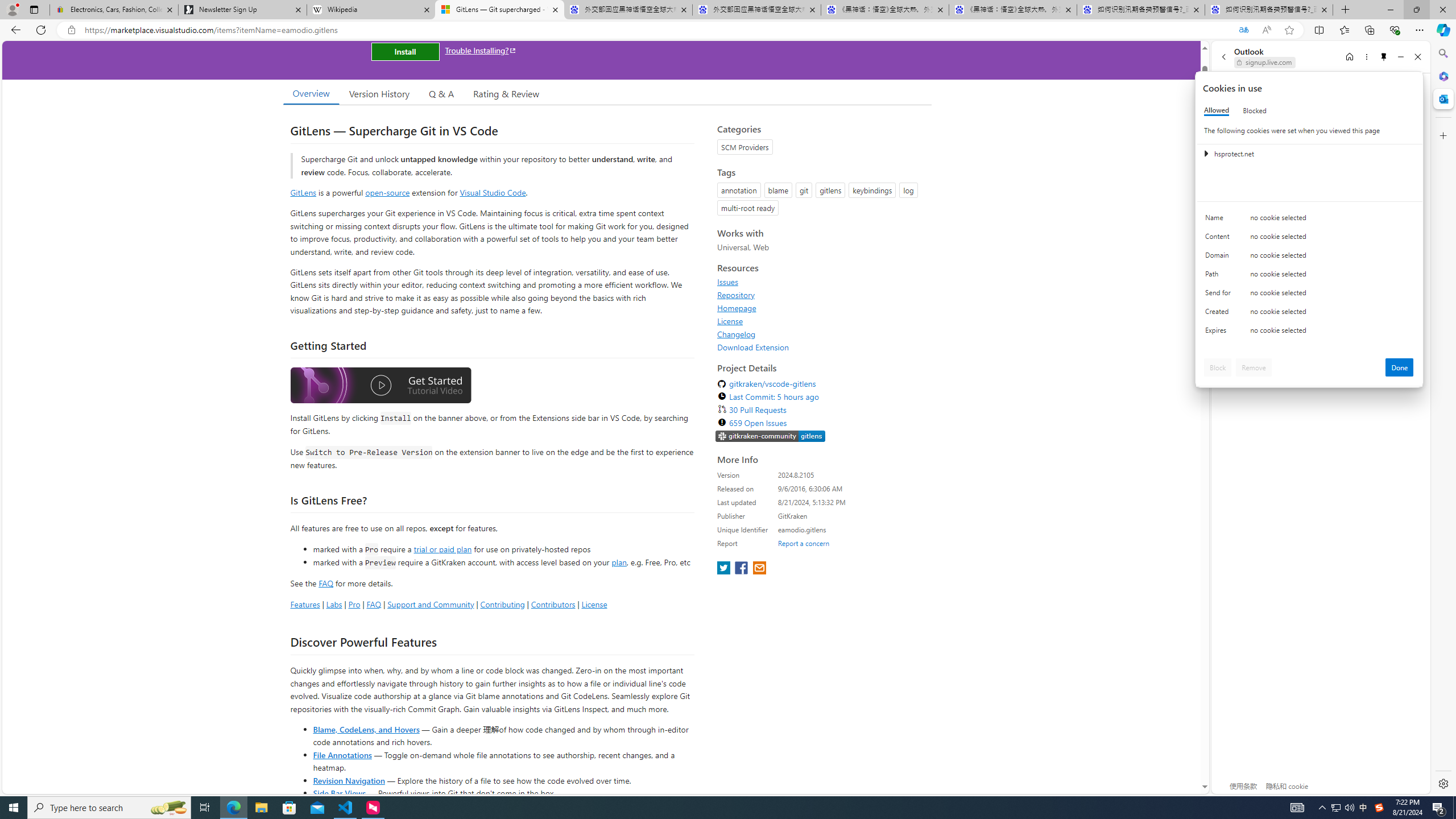 Image resolution: width=1456 pixels, height=819 pixels. I want to click on 'Block', so click(1217, 367).